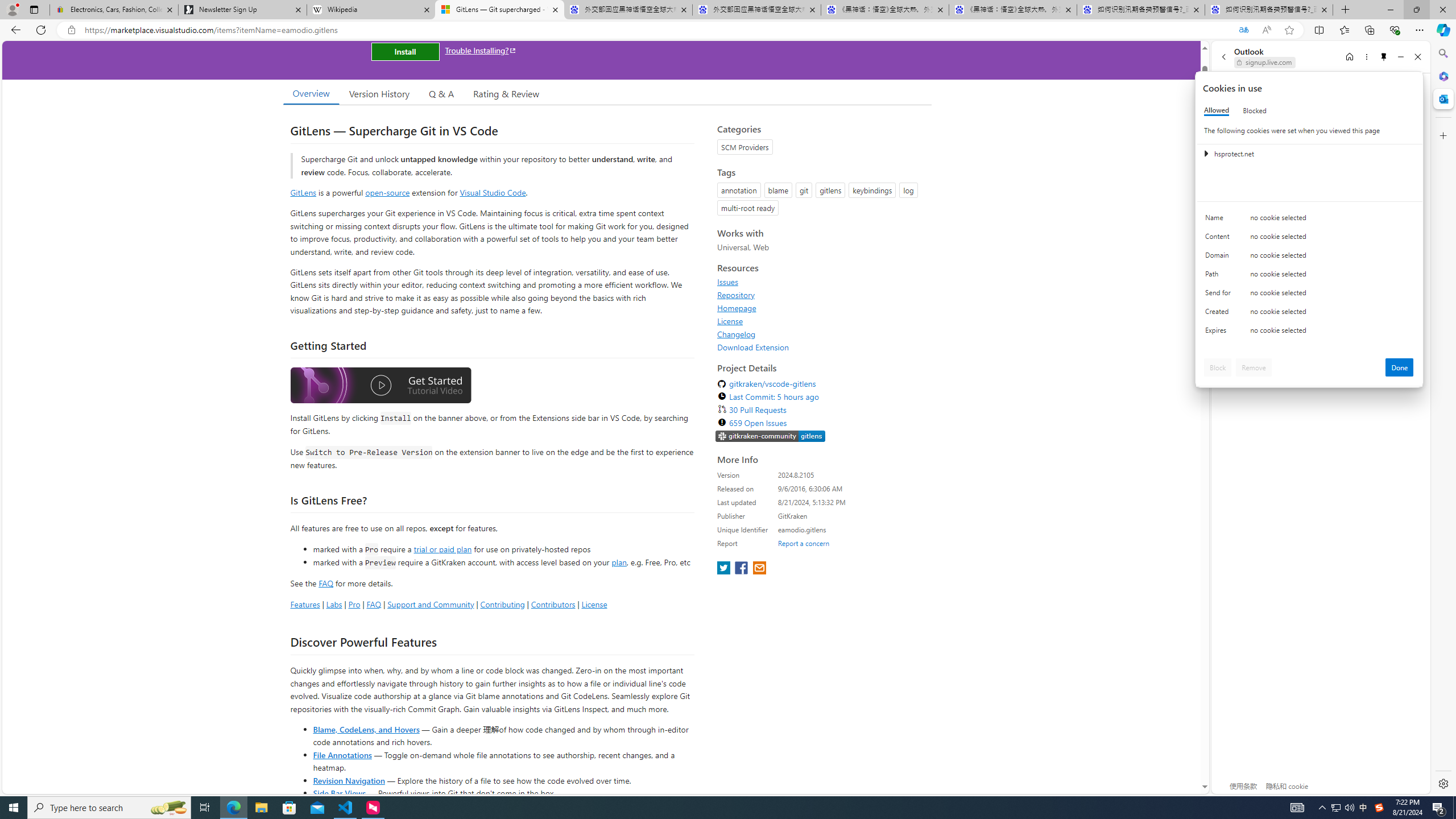 Image resolution: width=1456 pixels, height=819 pixels. I want to click on 'Block', so click(1217, 367).